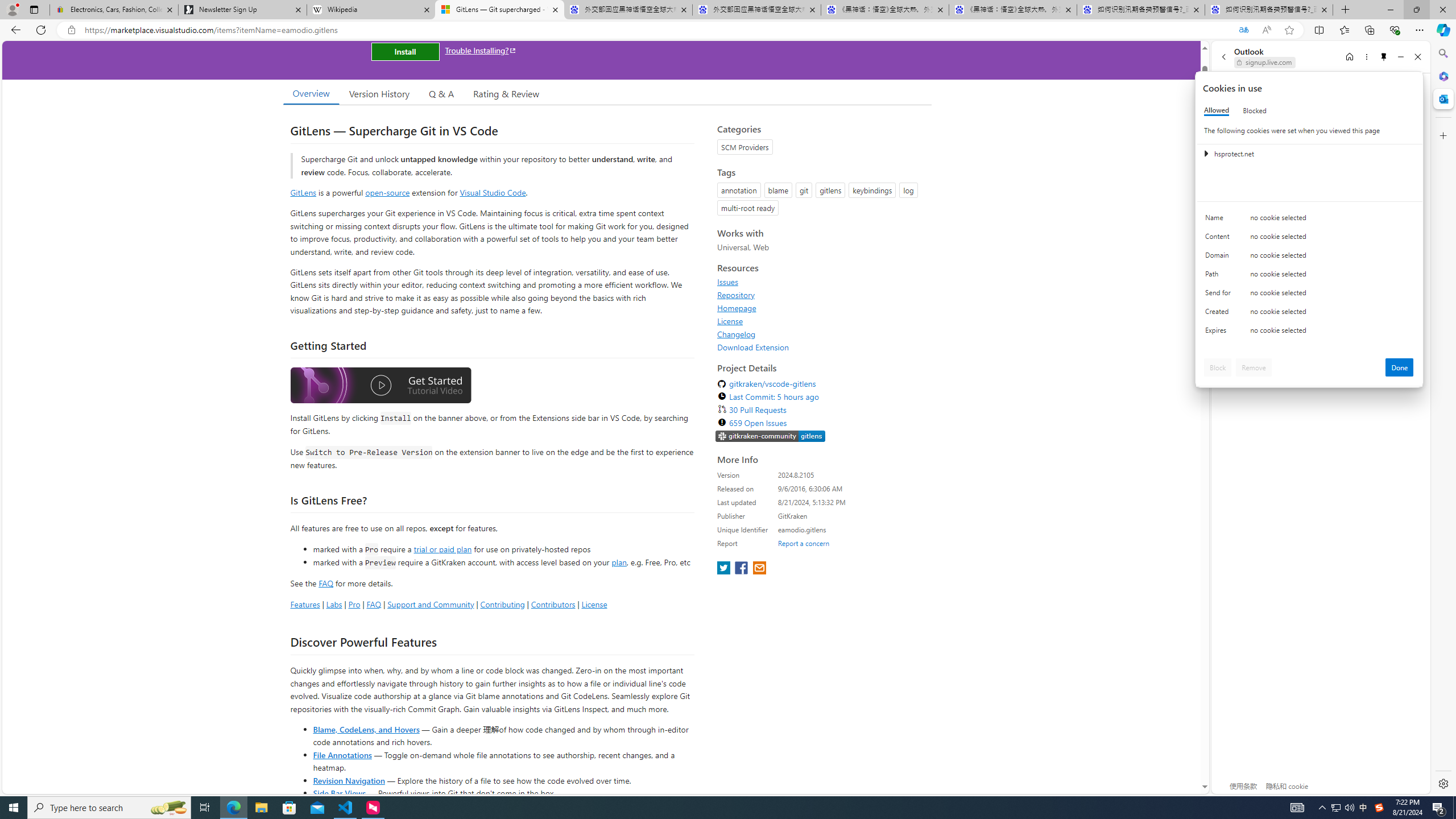 Image resolution: width=1456 pixels, height=819 pixels. I want to click on 'Block', so click(1217, 367).